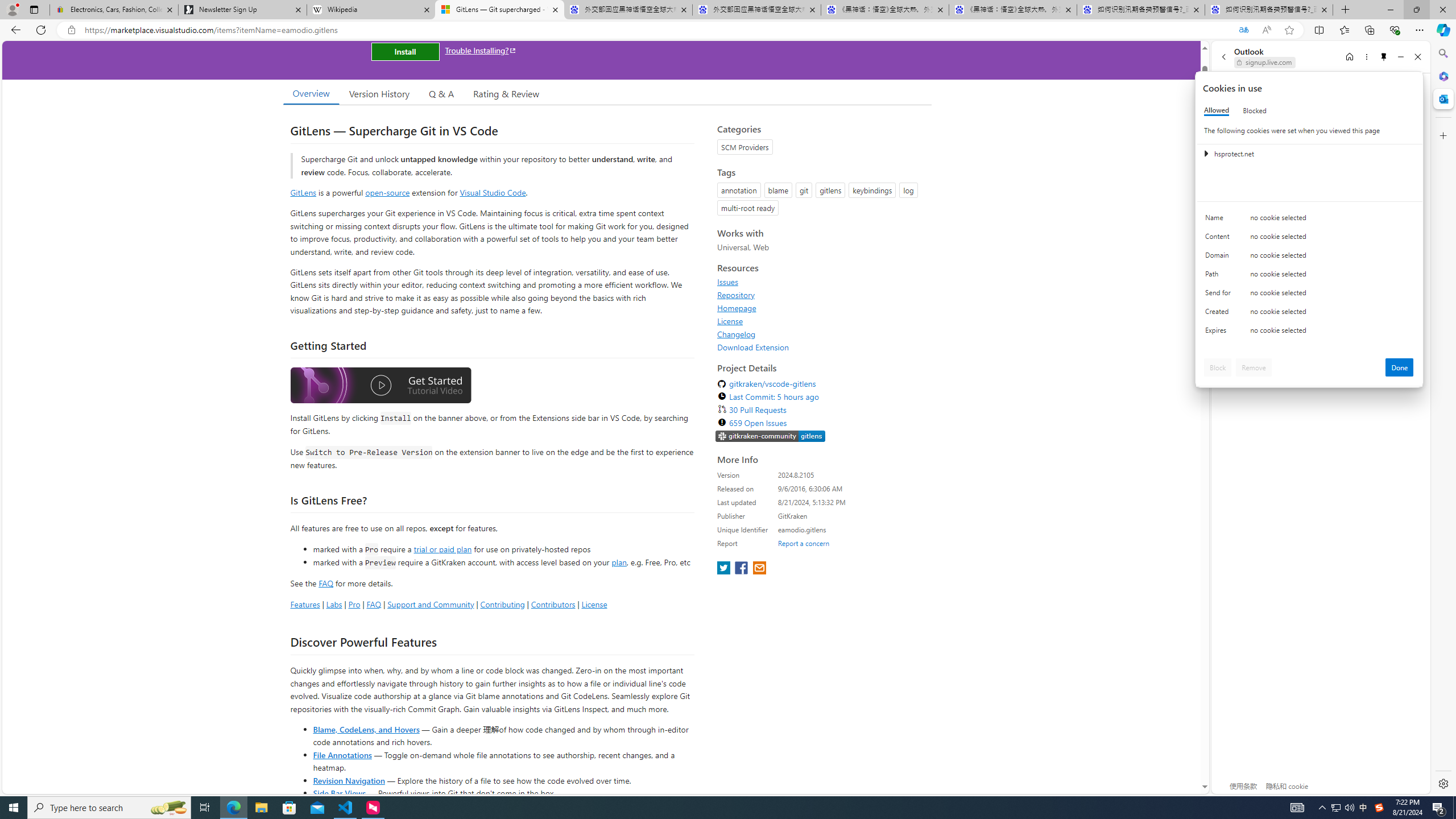 Image resolution: width=1456 pixels, height=819 pixels. I want to click on 'Block', so click(1217, 367).